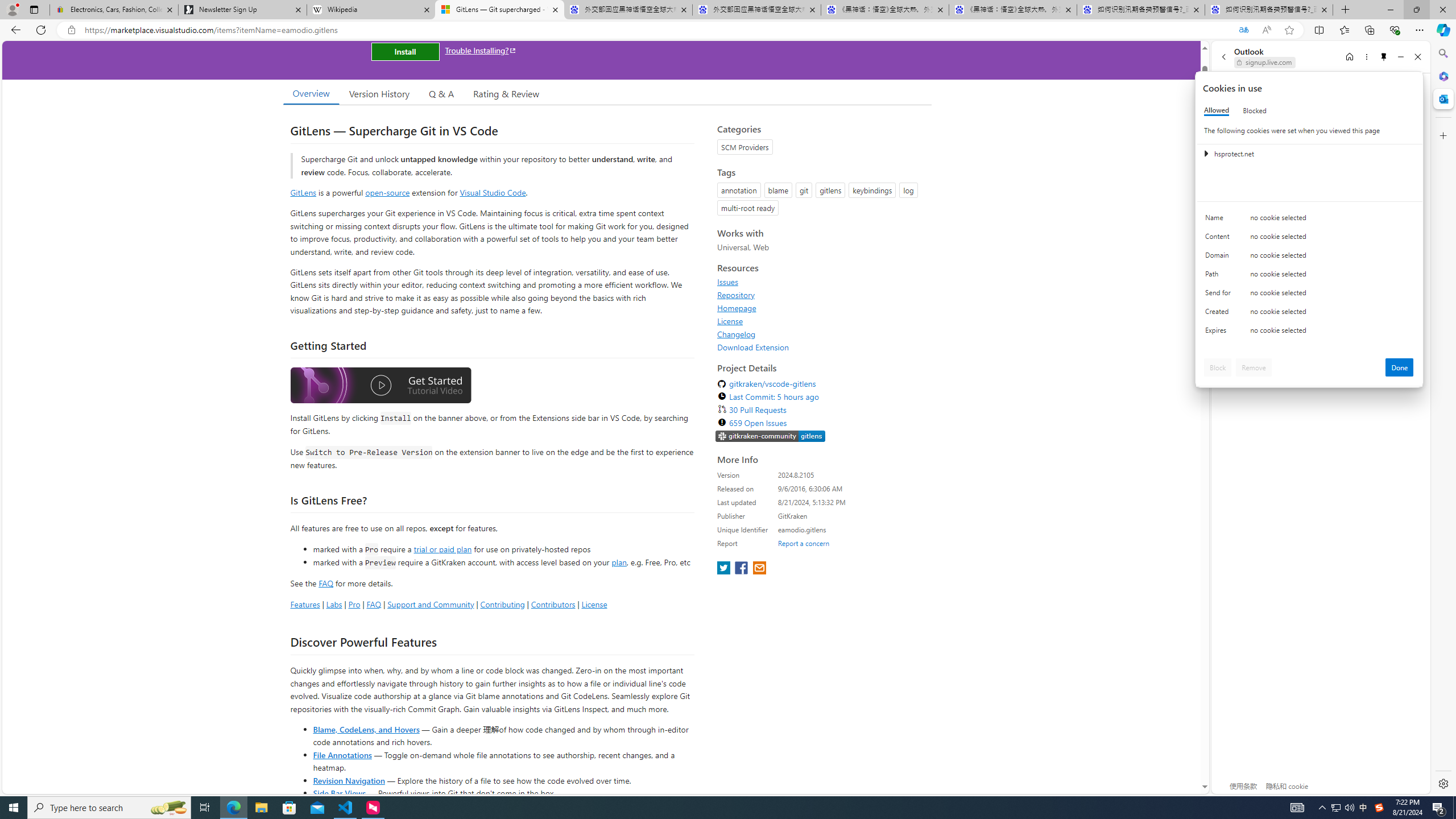 Image resolution: width=1456 pixels, height=819 pixels. I want to click on 'Block', so click(1217, 367).